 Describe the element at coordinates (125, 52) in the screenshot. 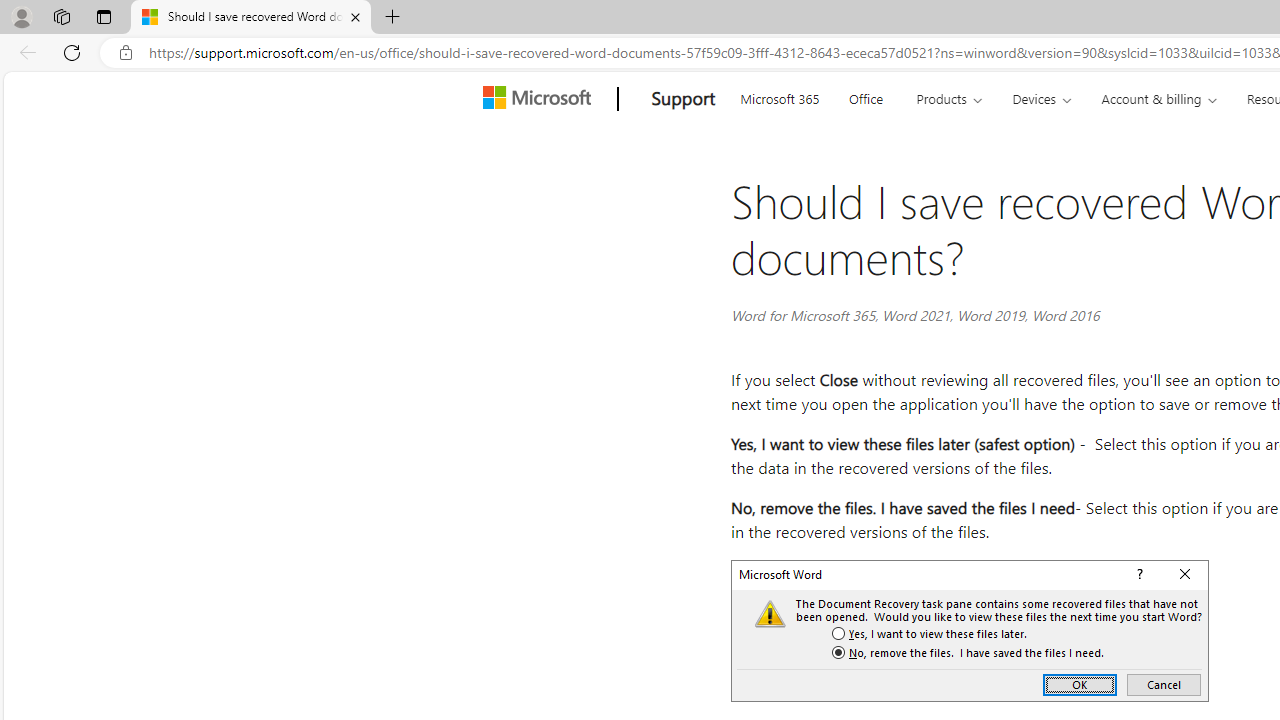

I see `'View site information'` at that location.